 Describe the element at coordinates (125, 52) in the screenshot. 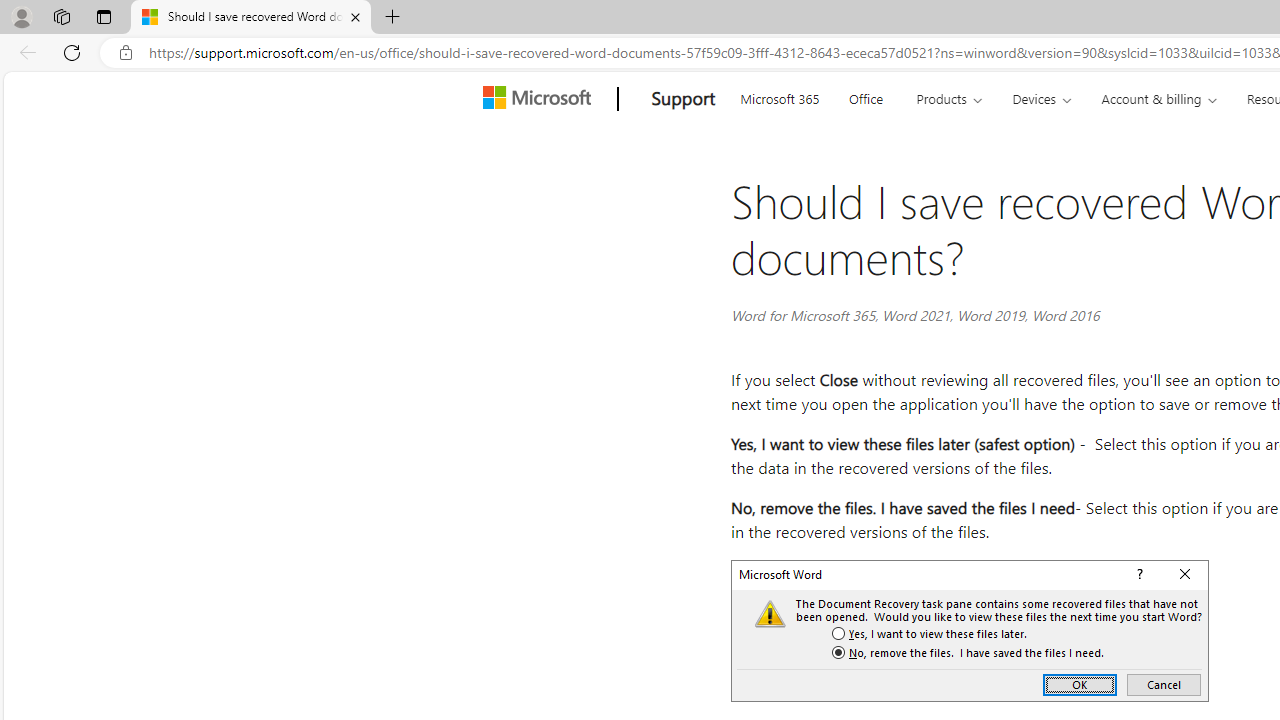

I see `'View site information'` at that location.